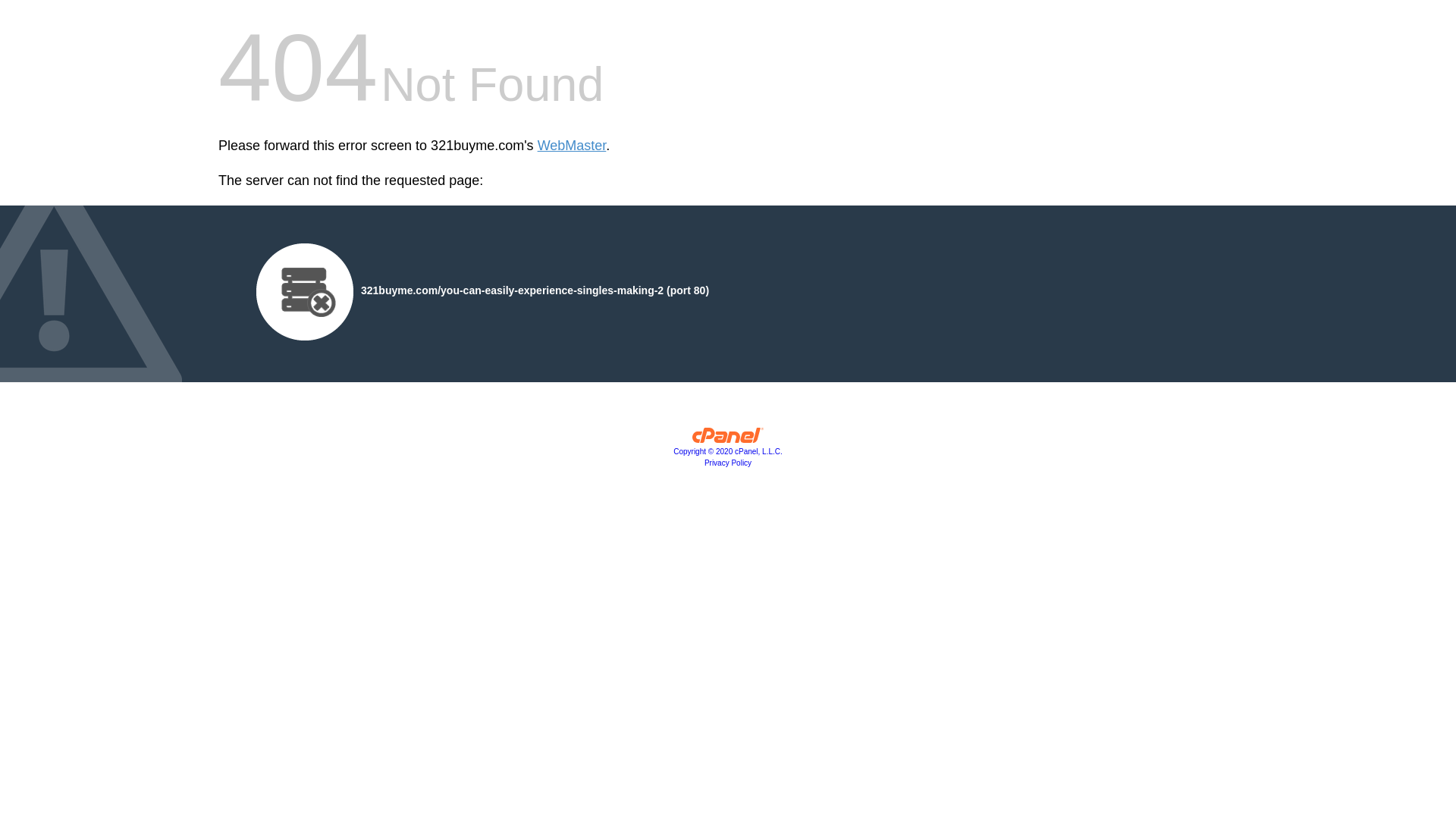 This screenshot has width=1456, height=819. I want to click on 'WebMaster', so click(571, 146).